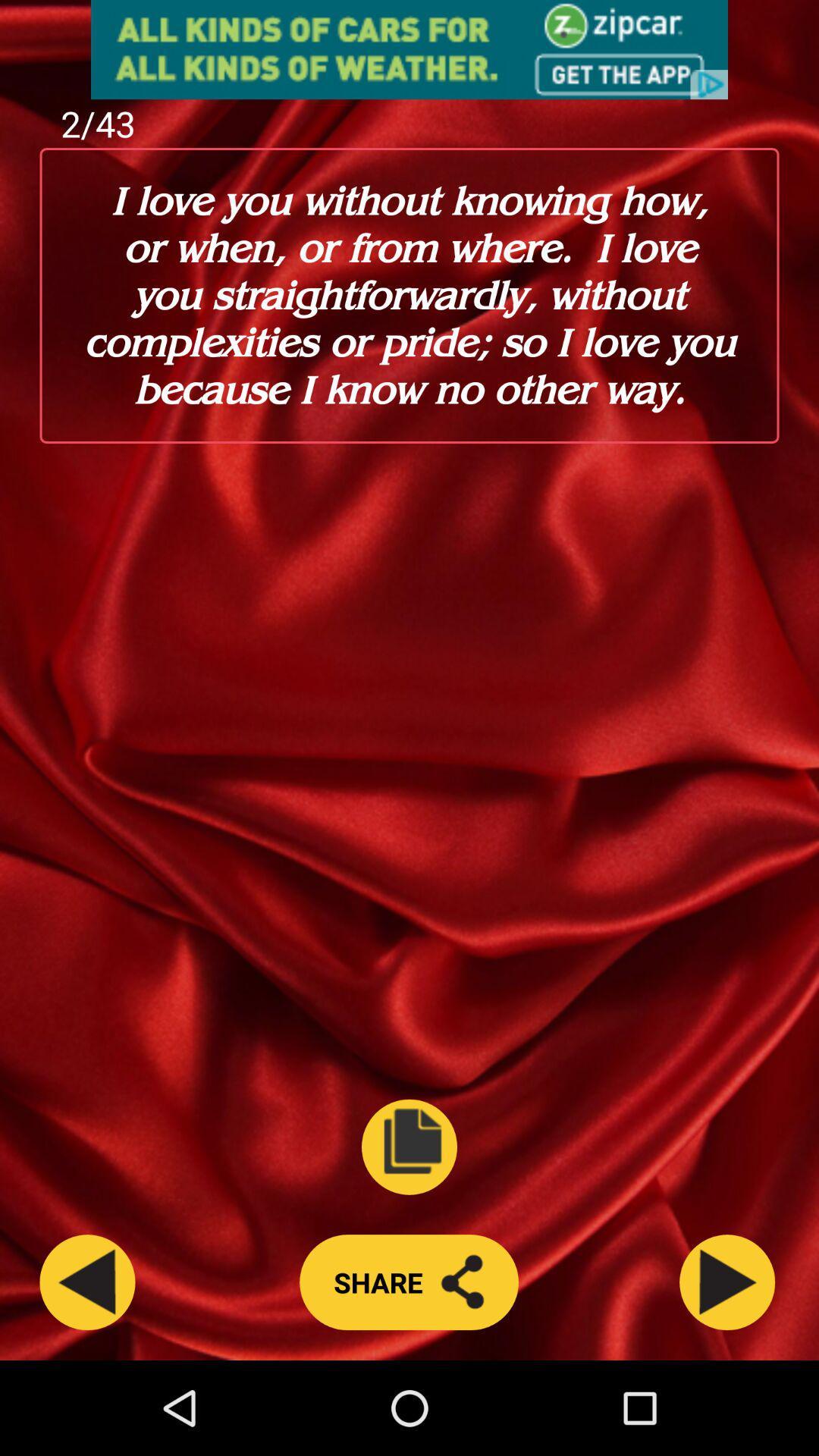 Image resolution: width=819 pixels, height=1456 pixels. I want to click on the play icon, so click(726, 1372).